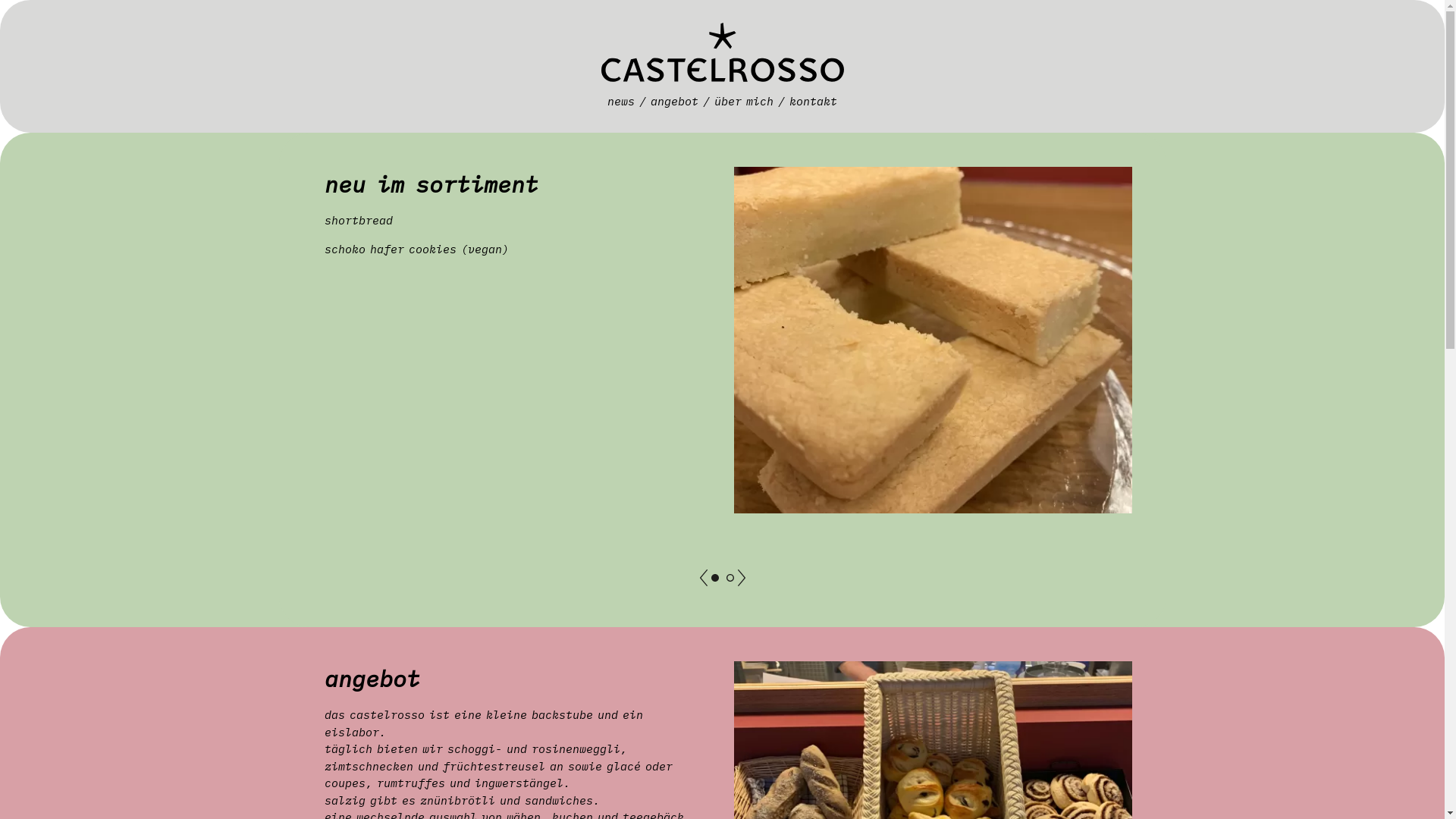 Image resolution: width=1456 pixels, height=819 pixels. I want to click on 'next', so click(741, 577).